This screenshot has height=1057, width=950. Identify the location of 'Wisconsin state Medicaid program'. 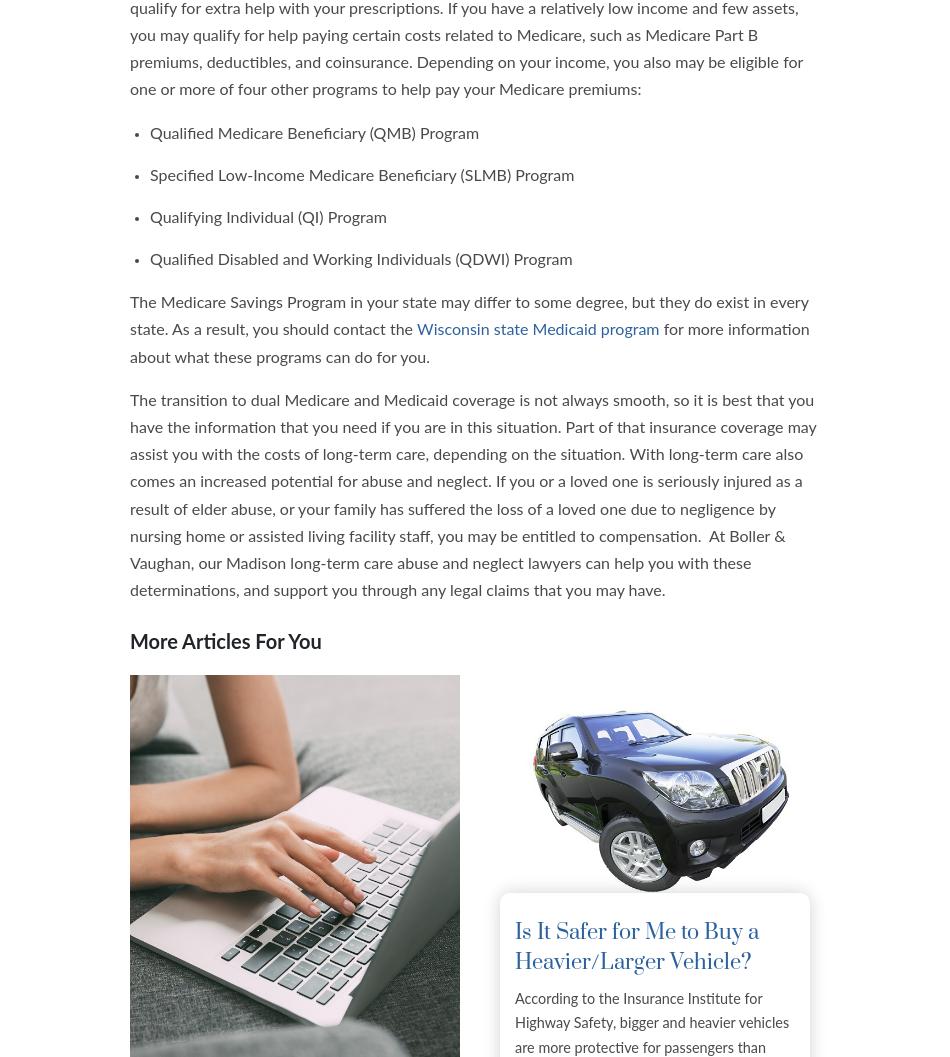
(537, 329).